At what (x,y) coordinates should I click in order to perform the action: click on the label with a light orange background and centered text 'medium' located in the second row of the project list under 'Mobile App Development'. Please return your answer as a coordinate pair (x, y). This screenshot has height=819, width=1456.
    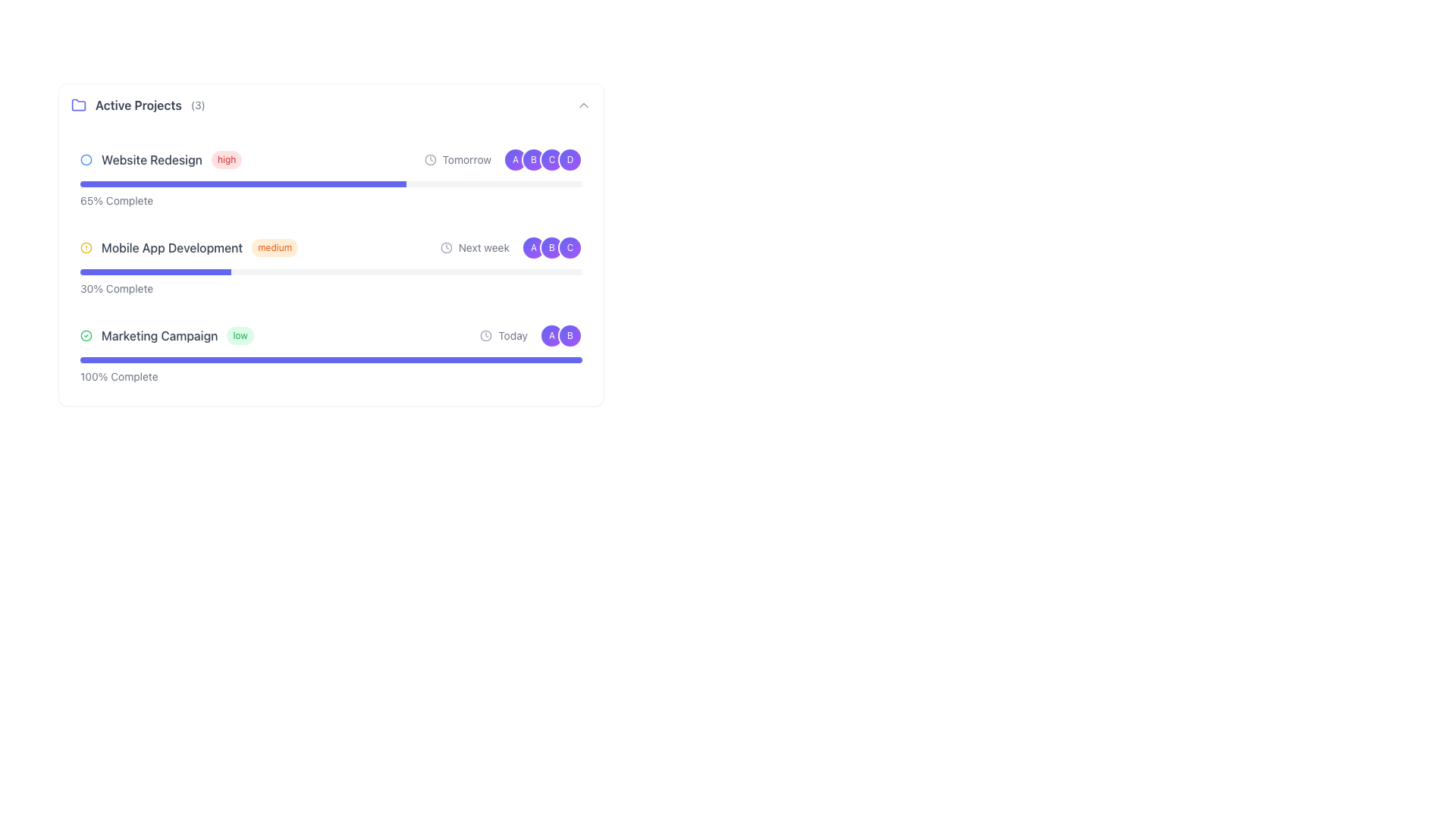
    Looking at the image, I should click on (275, 247).